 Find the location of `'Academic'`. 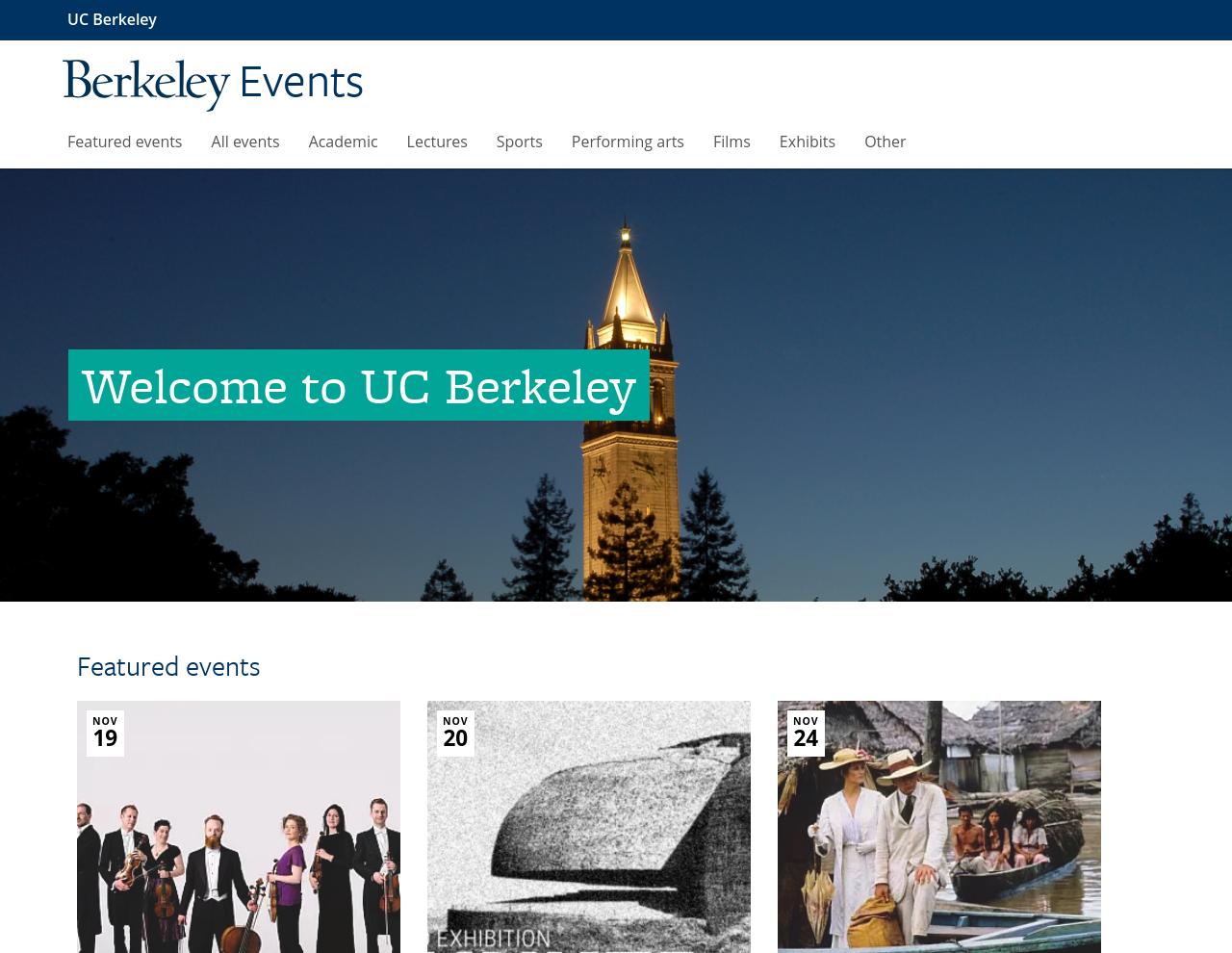

'Academic' is located at coordinates (342, 140).